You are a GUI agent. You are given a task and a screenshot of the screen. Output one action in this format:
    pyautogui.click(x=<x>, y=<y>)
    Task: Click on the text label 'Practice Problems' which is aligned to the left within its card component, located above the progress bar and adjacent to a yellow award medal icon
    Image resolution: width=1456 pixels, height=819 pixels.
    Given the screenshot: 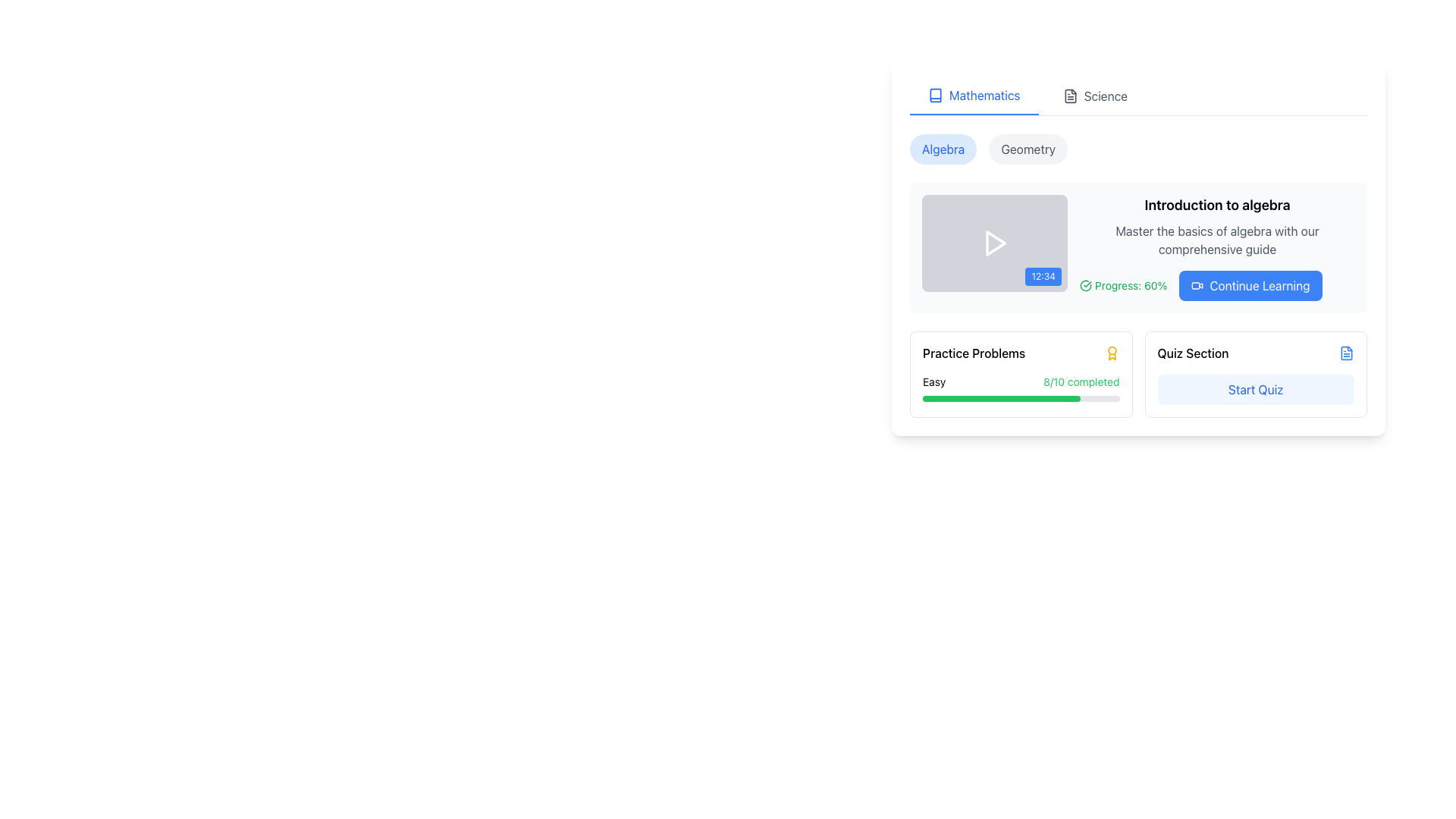 What is the action you would take?
    pyautogui.click(x=1021, y=353)
    